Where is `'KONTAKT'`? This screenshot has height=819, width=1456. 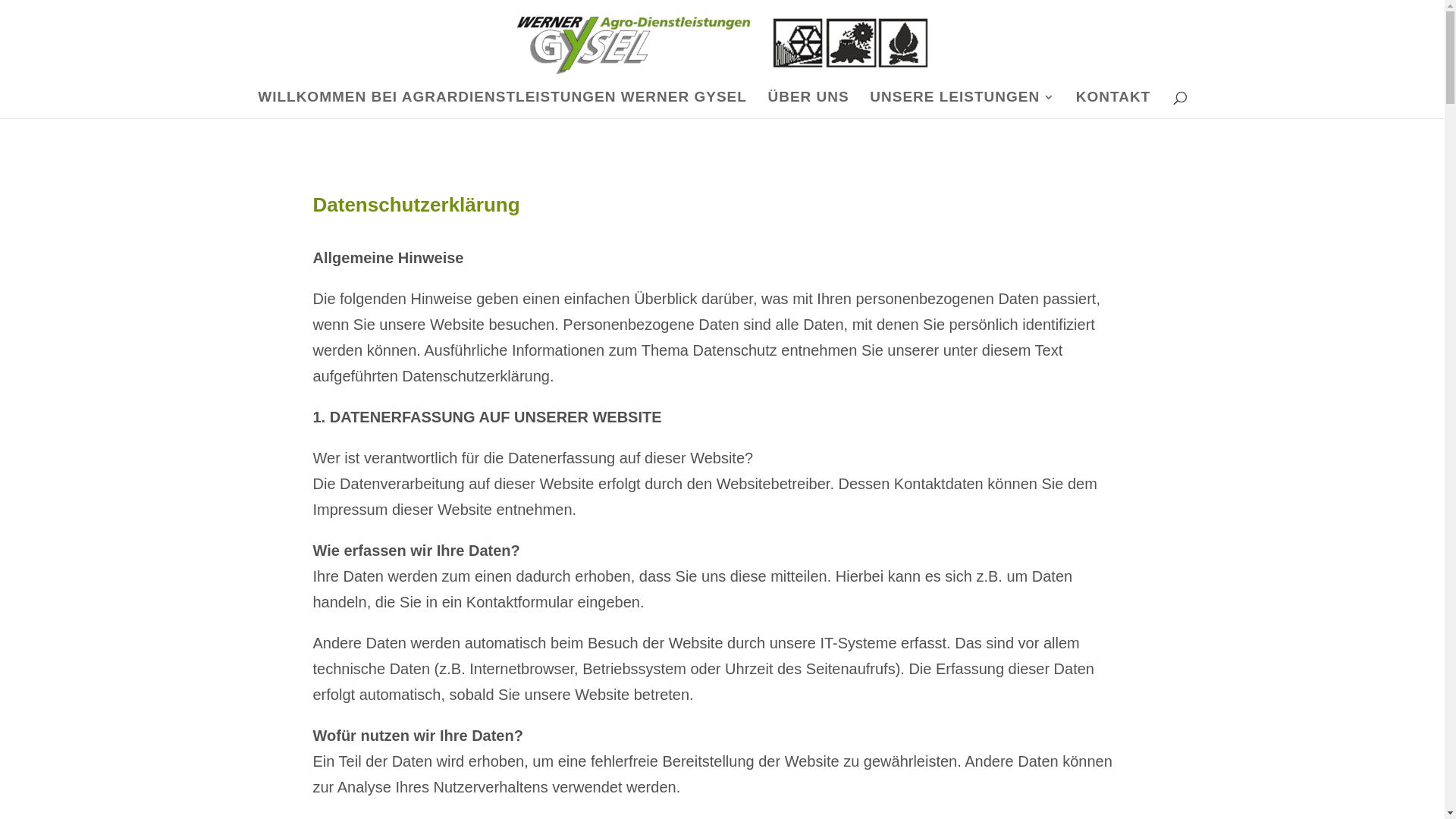 'KONTAKT' is located at coordinates (1113, 104).